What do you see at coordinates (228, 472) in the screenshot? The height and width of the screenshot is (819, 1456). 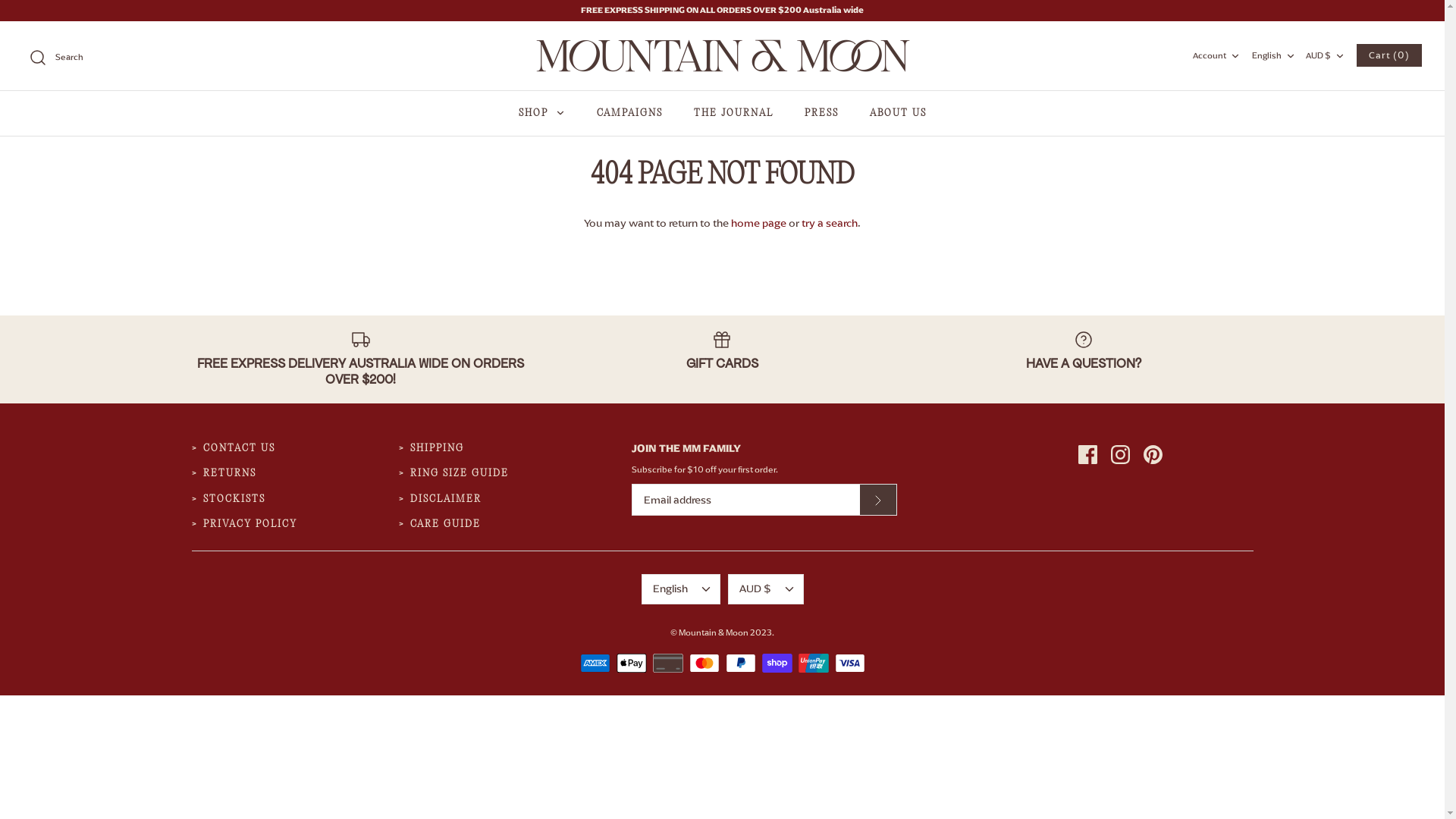 I see `'RETURNS'` at bounding box center [228, 472].